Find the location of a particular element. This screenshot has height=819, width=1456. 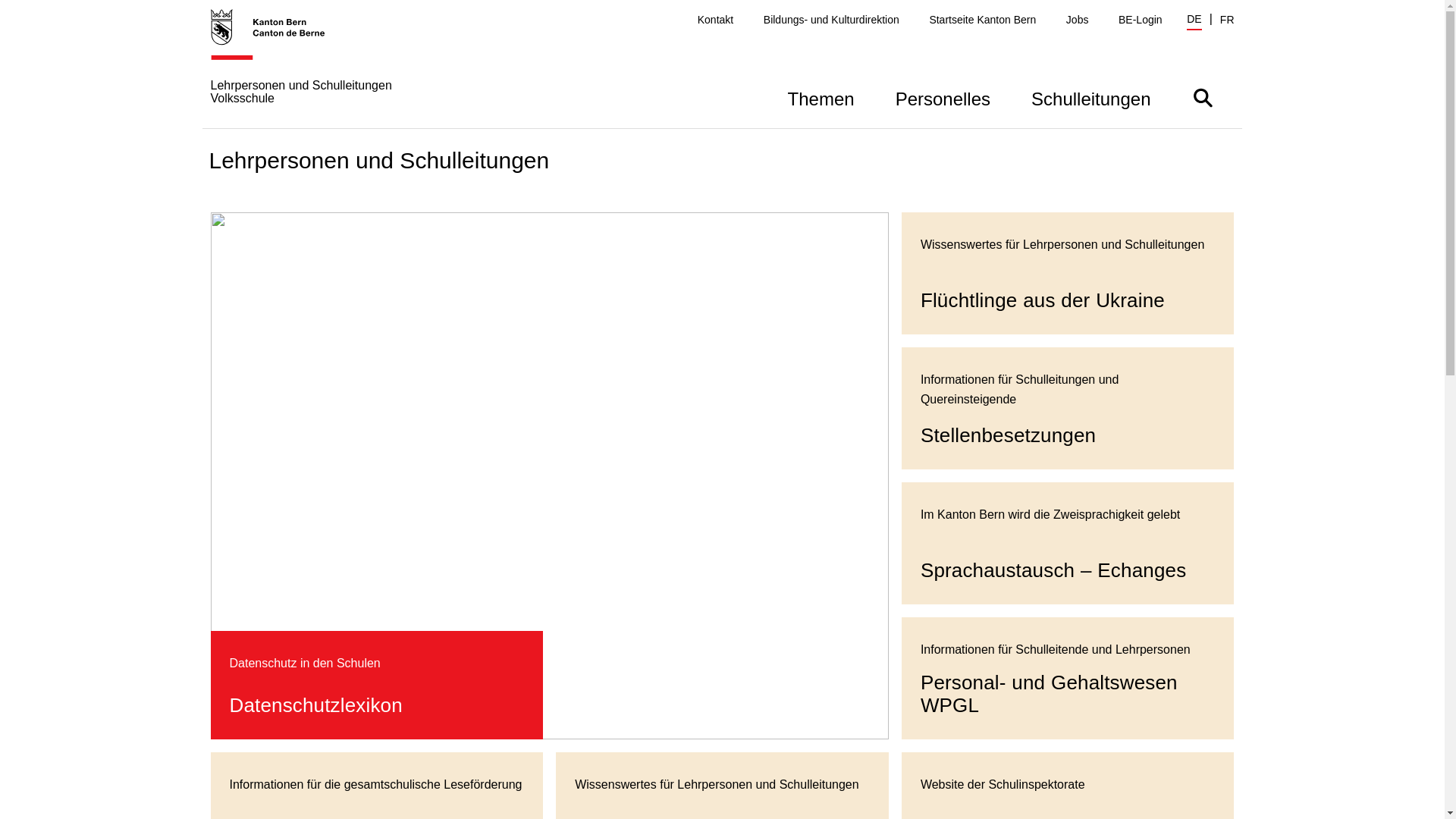

'Schulleitungen' is located at coordinates (1090, 97).